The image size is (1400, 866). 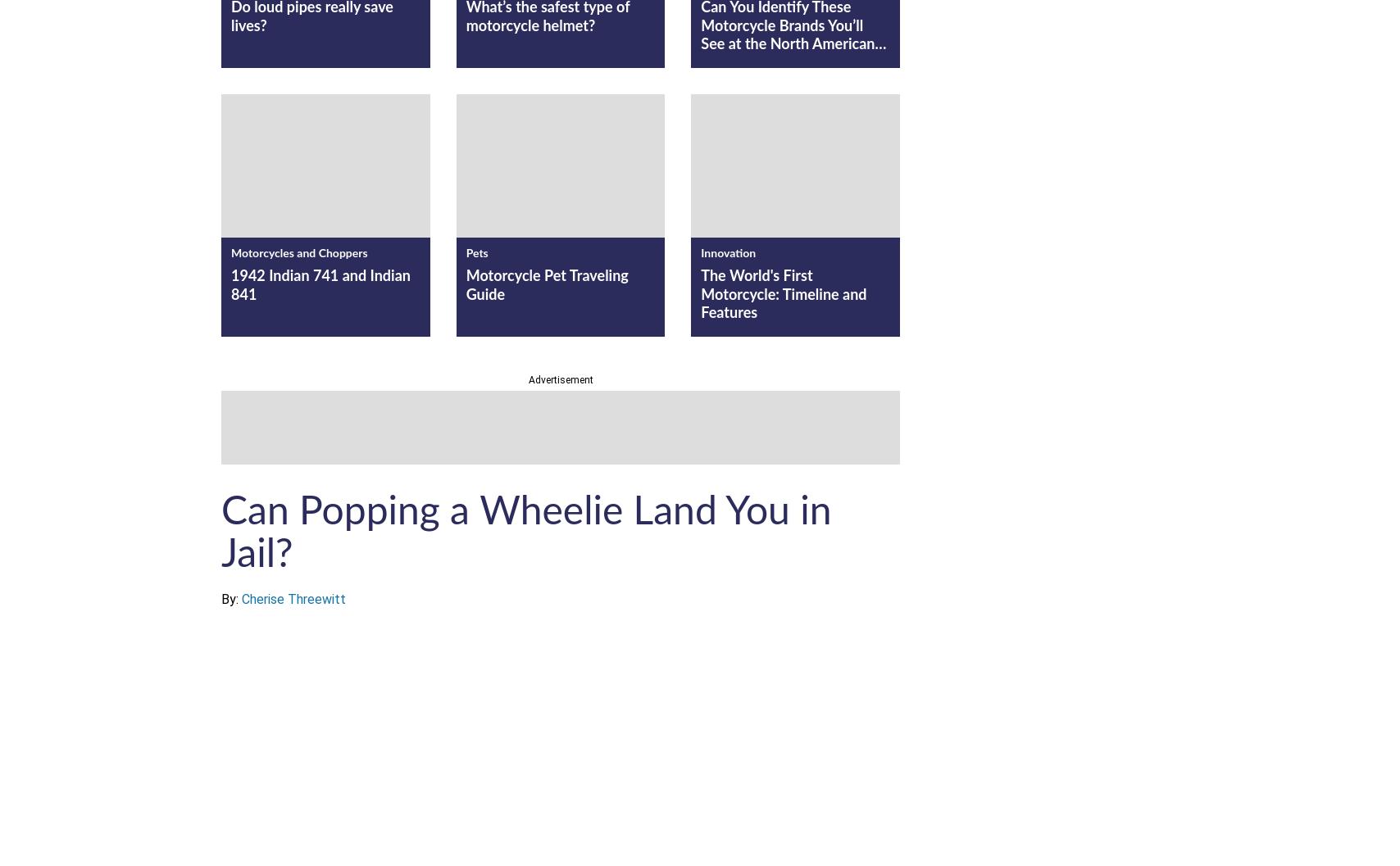 What do you see at coordinates (786, 35) in the screenshot?
I see `'Can You Identify These Motorcycle Brands You’ll See at the North American Motorcross Show?'` at bounding box center [786, 35].